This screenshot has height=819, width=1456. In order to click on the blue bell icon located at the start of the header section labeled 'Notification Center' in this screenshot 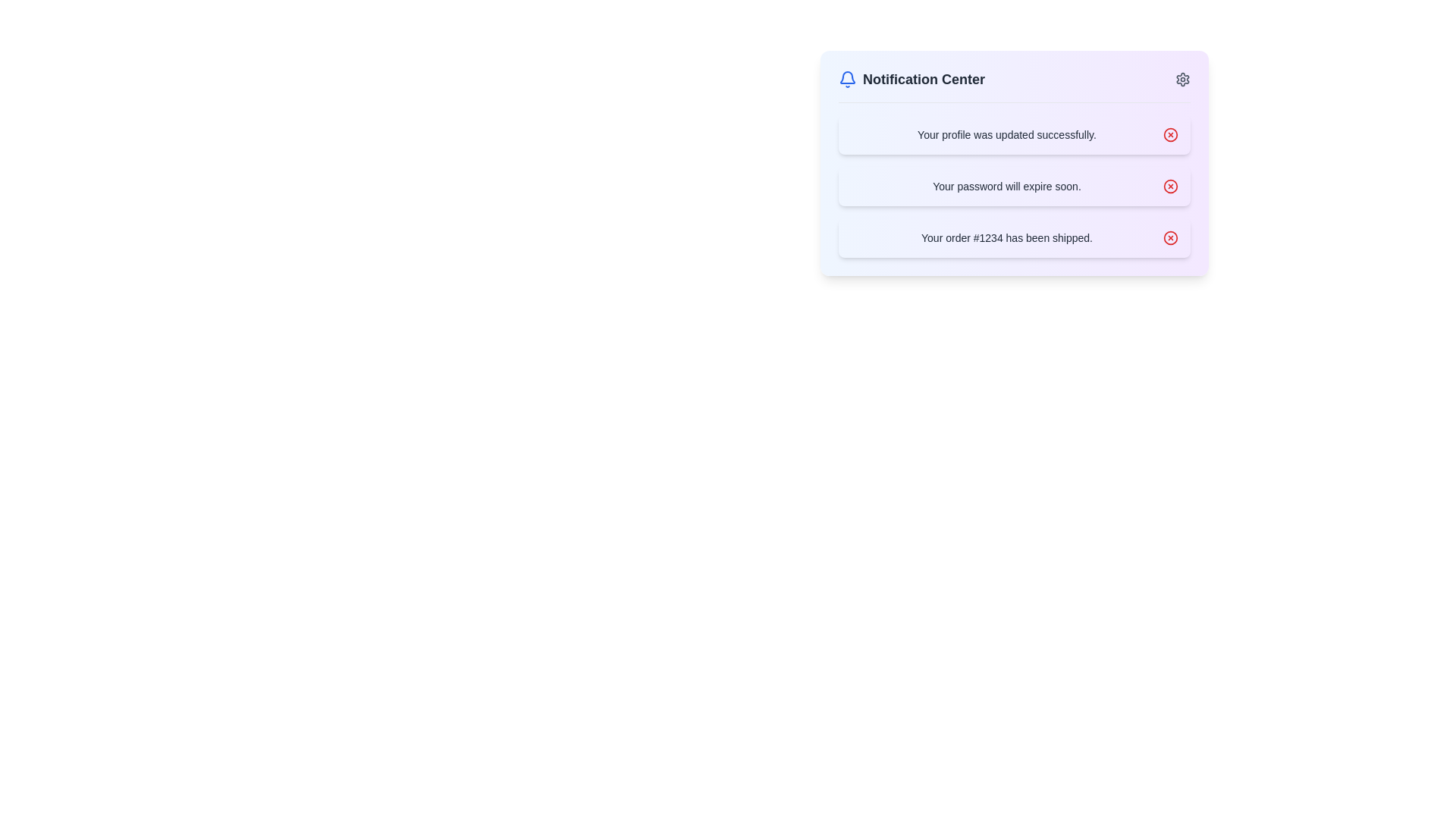, I will do `click(847, 79)`.